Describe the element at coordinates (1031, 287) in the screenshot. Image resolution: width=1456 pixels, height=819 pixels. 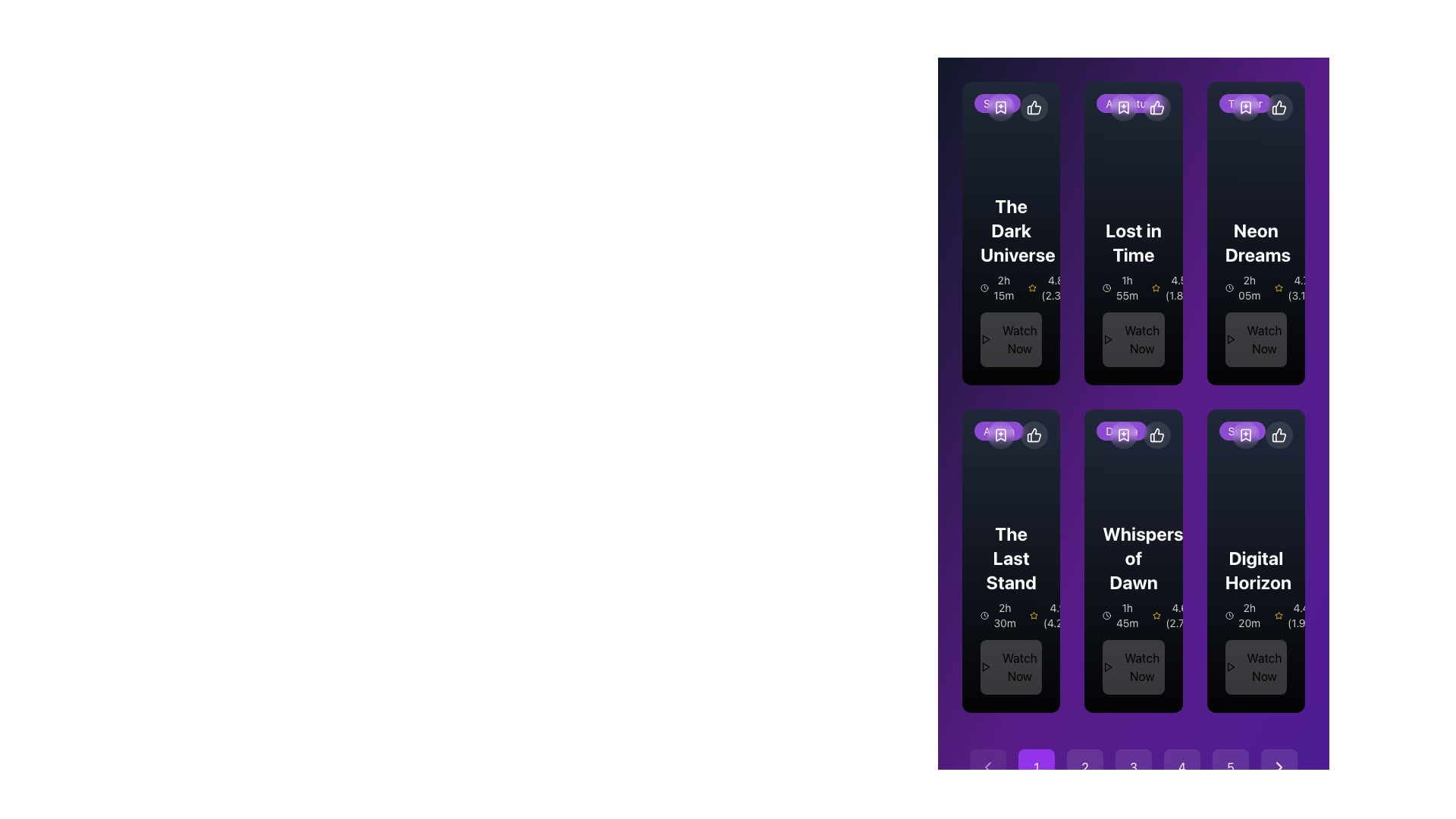
I see `the third star icon in the numeric rating display for 'The Dark Universe', which is styled in yellow and positioned next to the rating value '4.8'` at that location.